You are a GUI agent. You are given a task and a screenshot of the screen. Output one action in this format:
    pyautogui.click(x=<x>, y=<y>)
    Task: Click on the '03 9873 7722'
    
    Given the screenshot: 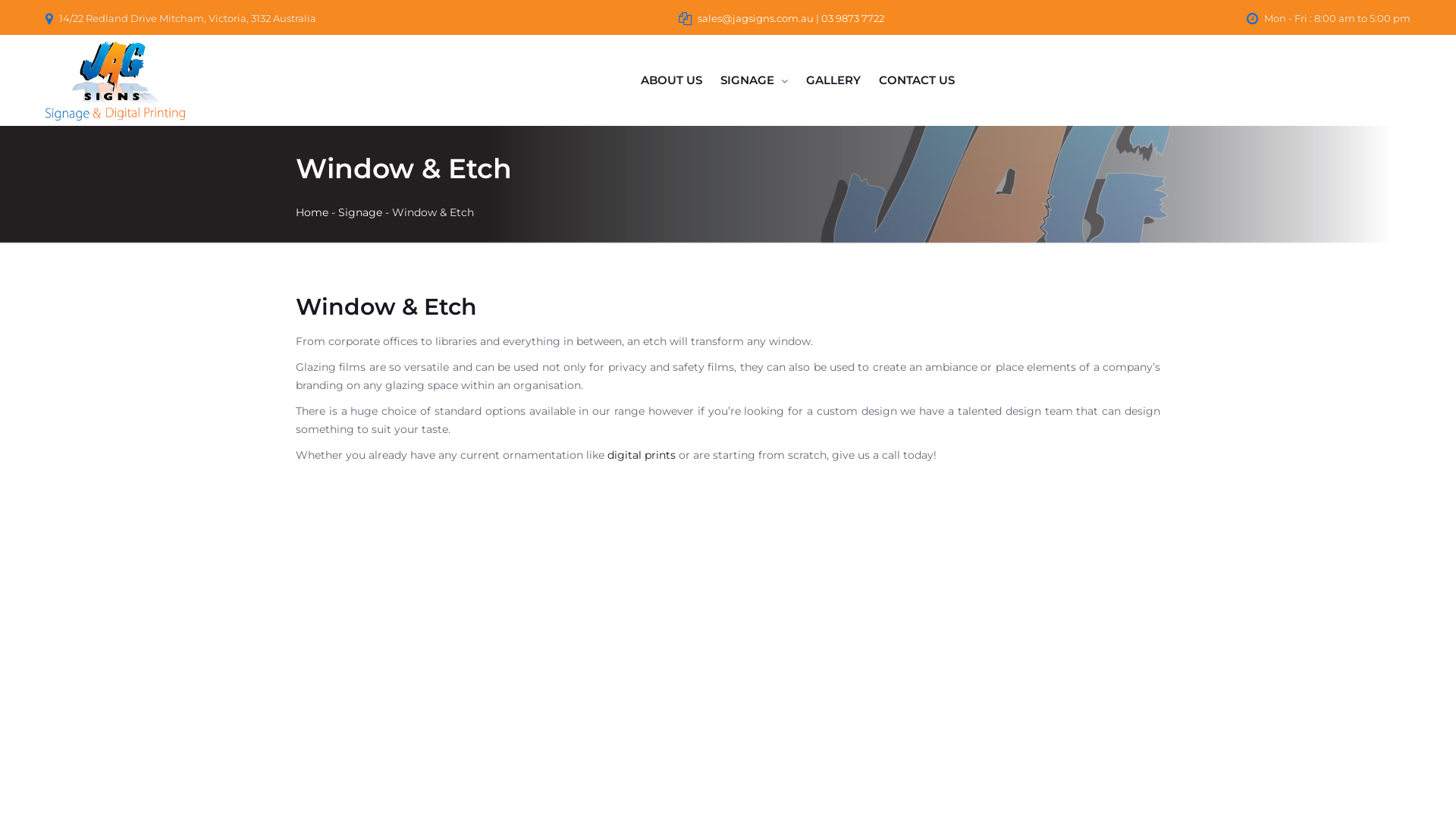 What is the action you would take?
    pyautogui.click(x=852, y=17)
    